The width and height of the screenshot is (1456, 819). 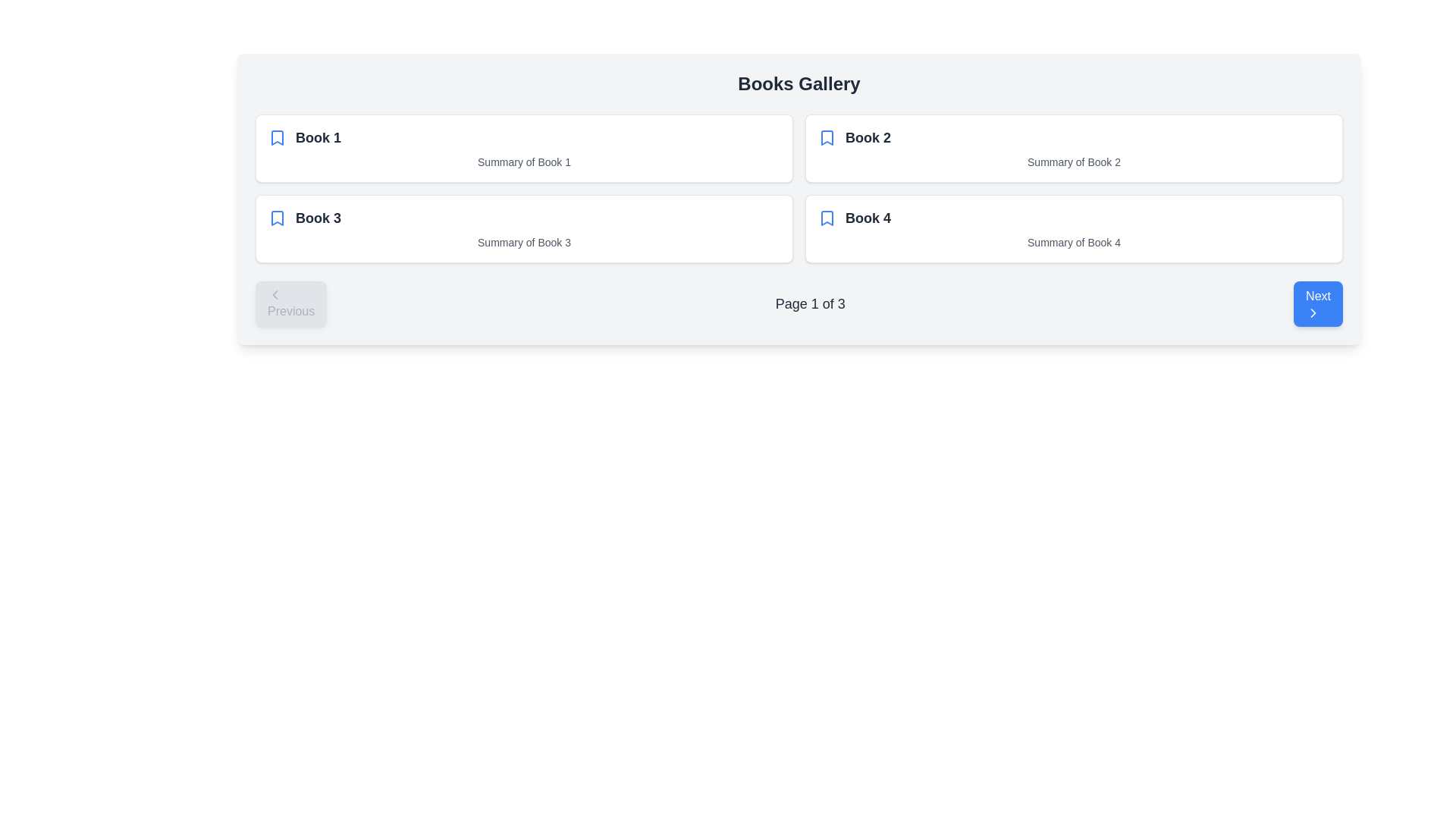 What do you see at coordinates (277, 218) in the screenshot?
I see `the SVG-based bookmark icon representing 'Book 3', which is positioned at the leftmost end of the row containing the text` at bounding box center [277, 218].